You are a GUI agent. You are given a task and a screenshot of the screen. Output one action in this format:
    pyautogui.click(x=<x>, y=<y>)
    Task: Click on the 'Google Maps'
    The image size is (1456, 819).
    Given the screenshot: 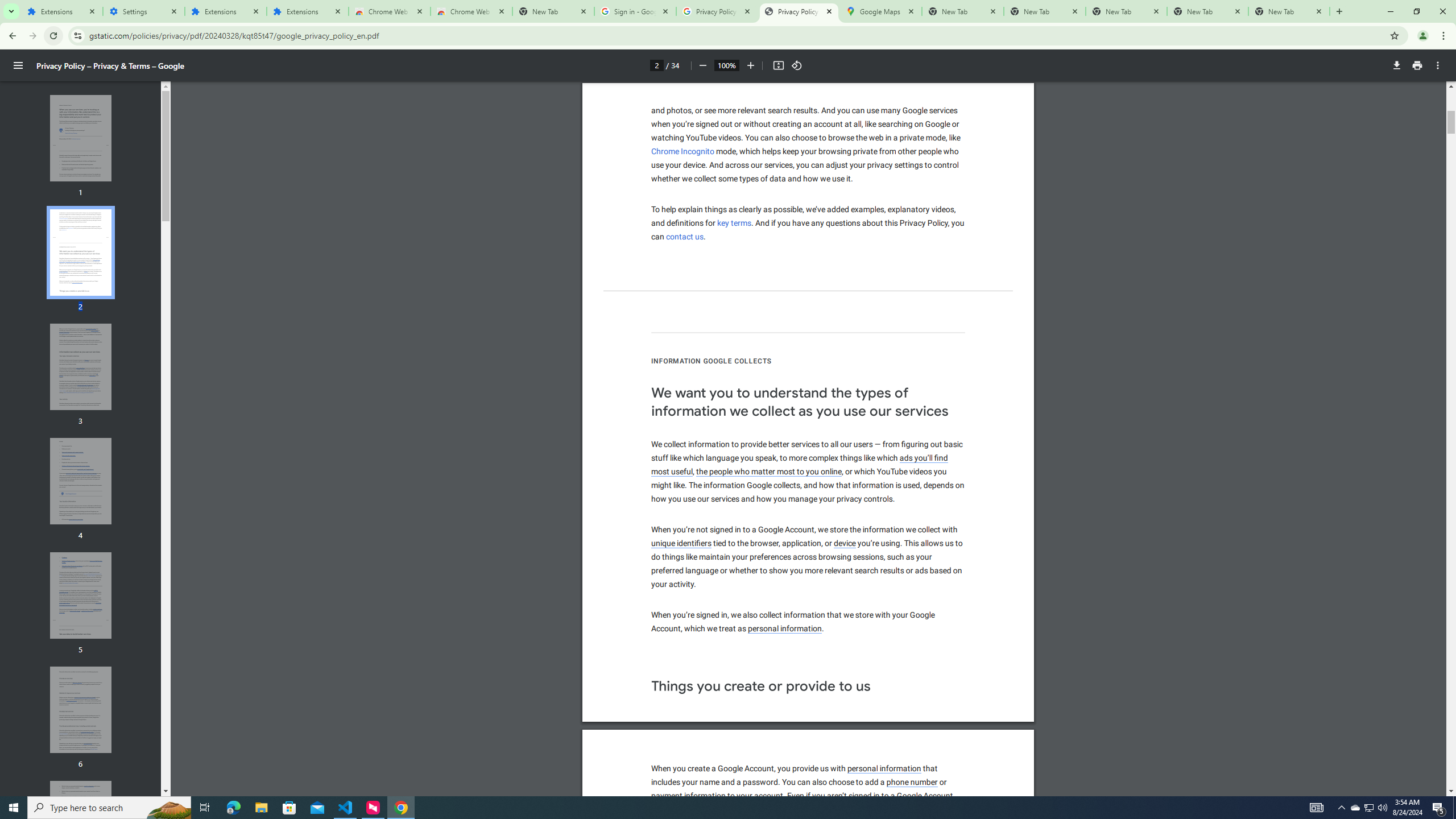 What is the action you would take?
    pyautogui.click(x=880, y=11)
    